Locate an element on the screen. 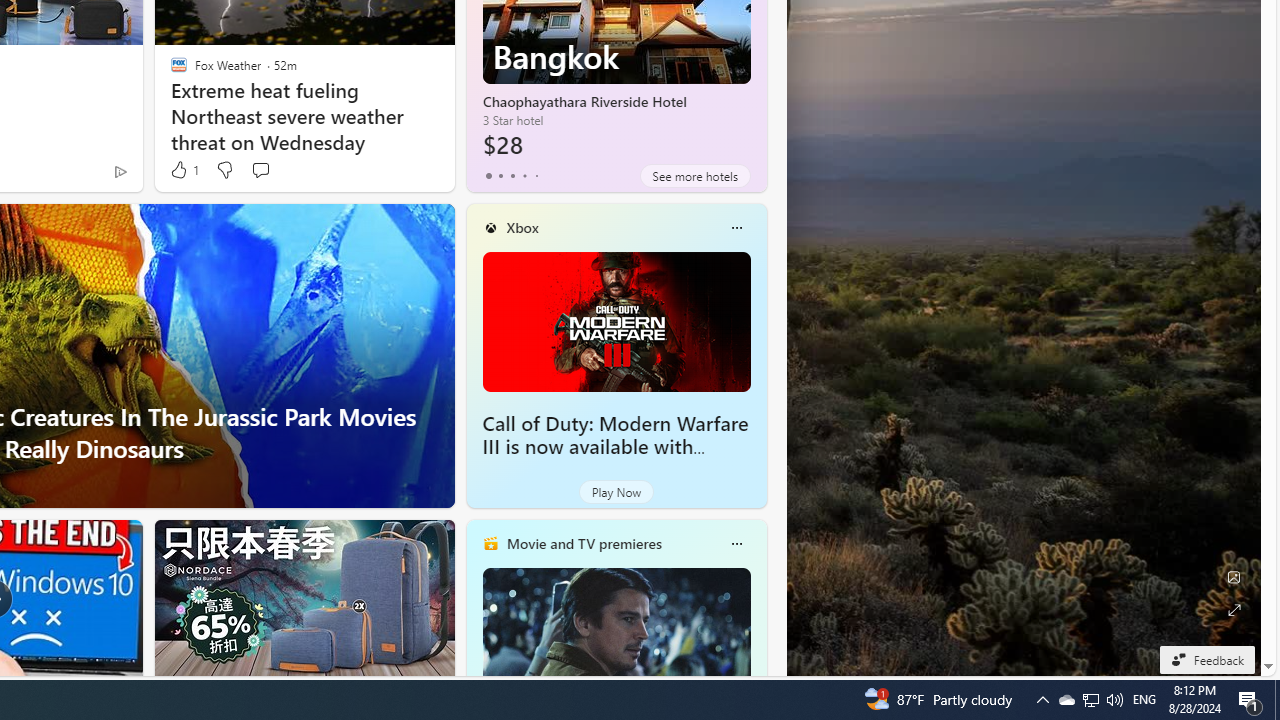 Image resolution: width=1280 pixels, height=720 pixels. 'See more hotels' is located at coordinates (695, 175).